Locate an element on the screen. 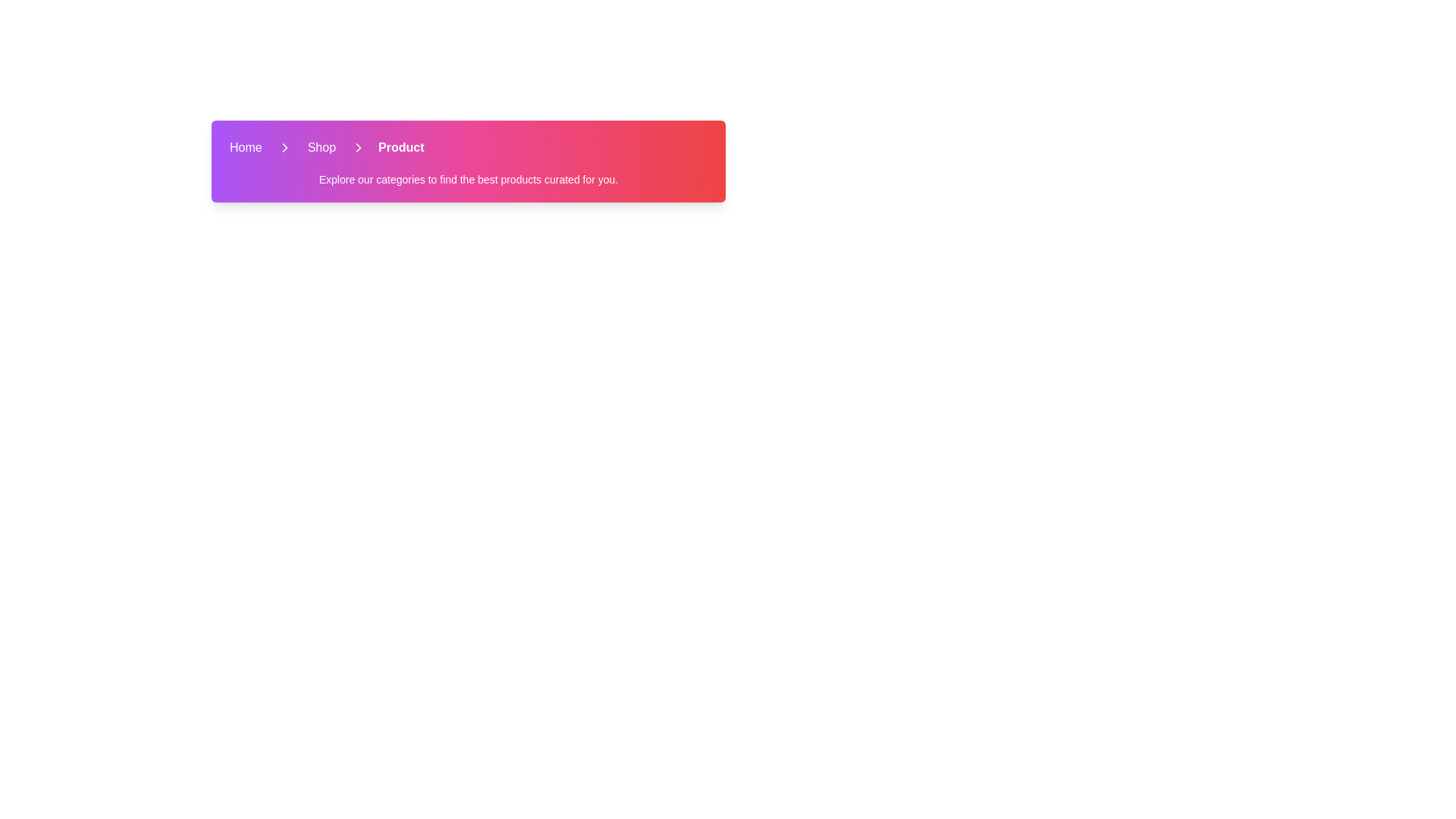 Image resolution: width=1456 pixels, height=819 pixels. the breadcrumb separator icon located between the 'Home' link and the 'Shop' link is located at coordinates (284, 148).